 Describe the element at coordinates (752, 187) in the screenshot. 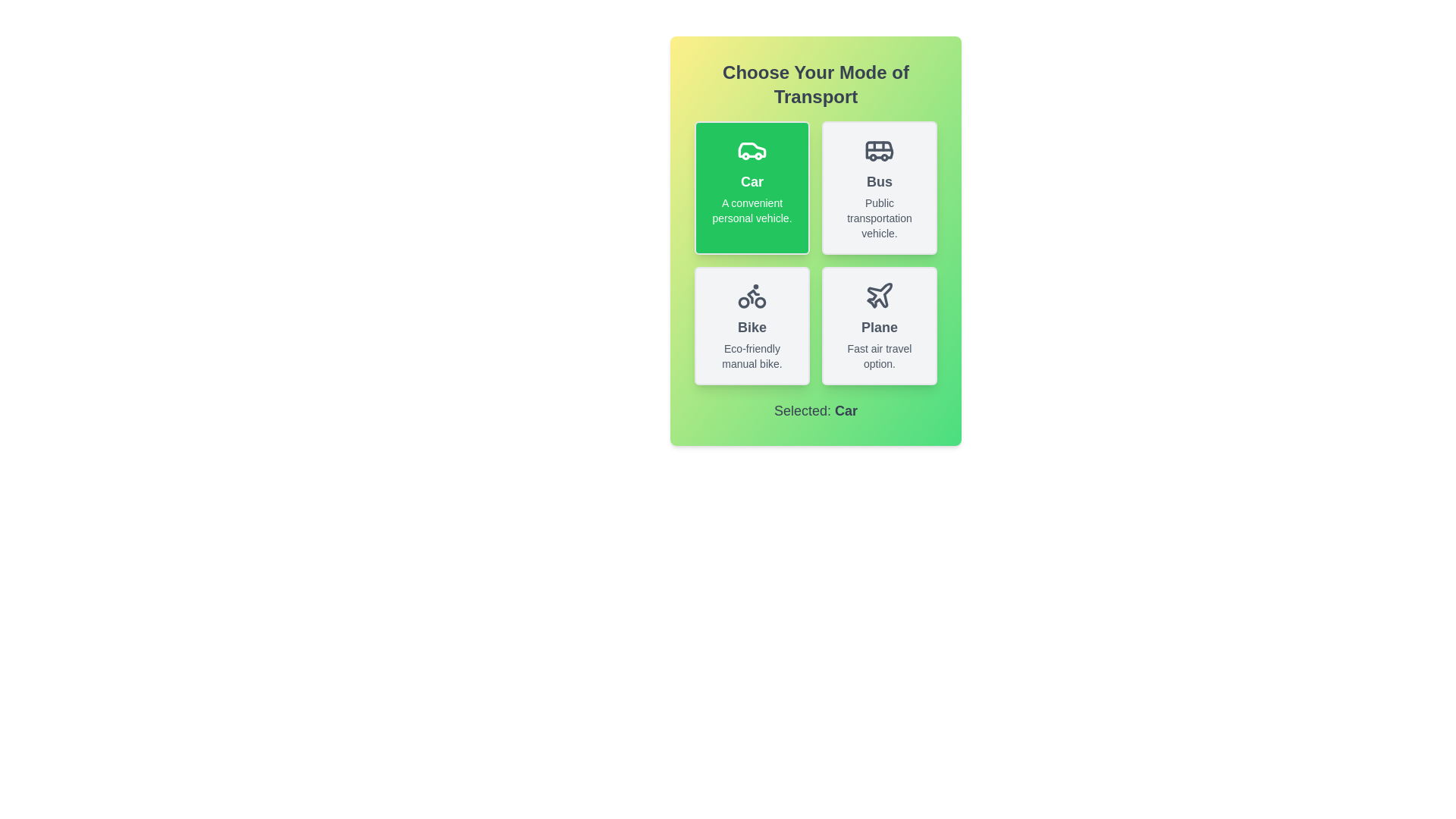

I see `the button for Car to view its hover effect` at that location.